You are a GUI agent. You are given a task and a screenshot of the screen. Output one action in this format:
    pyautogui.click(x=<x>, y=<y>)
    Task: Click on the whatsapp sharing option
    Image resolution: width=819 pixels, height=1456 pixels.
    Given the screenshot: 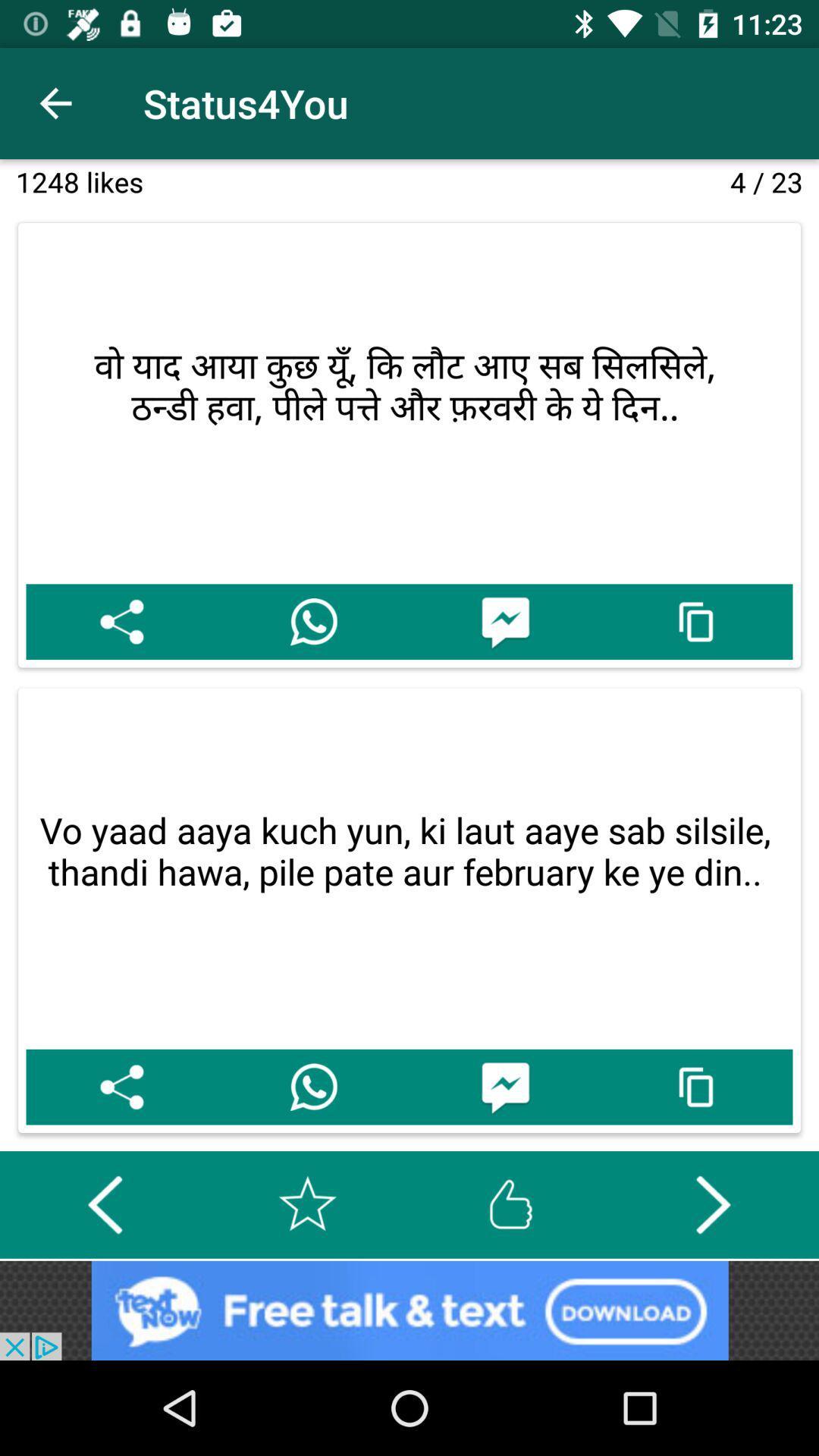 What is the action you would take?
    pyautogui.click(x=312, y=622)
    